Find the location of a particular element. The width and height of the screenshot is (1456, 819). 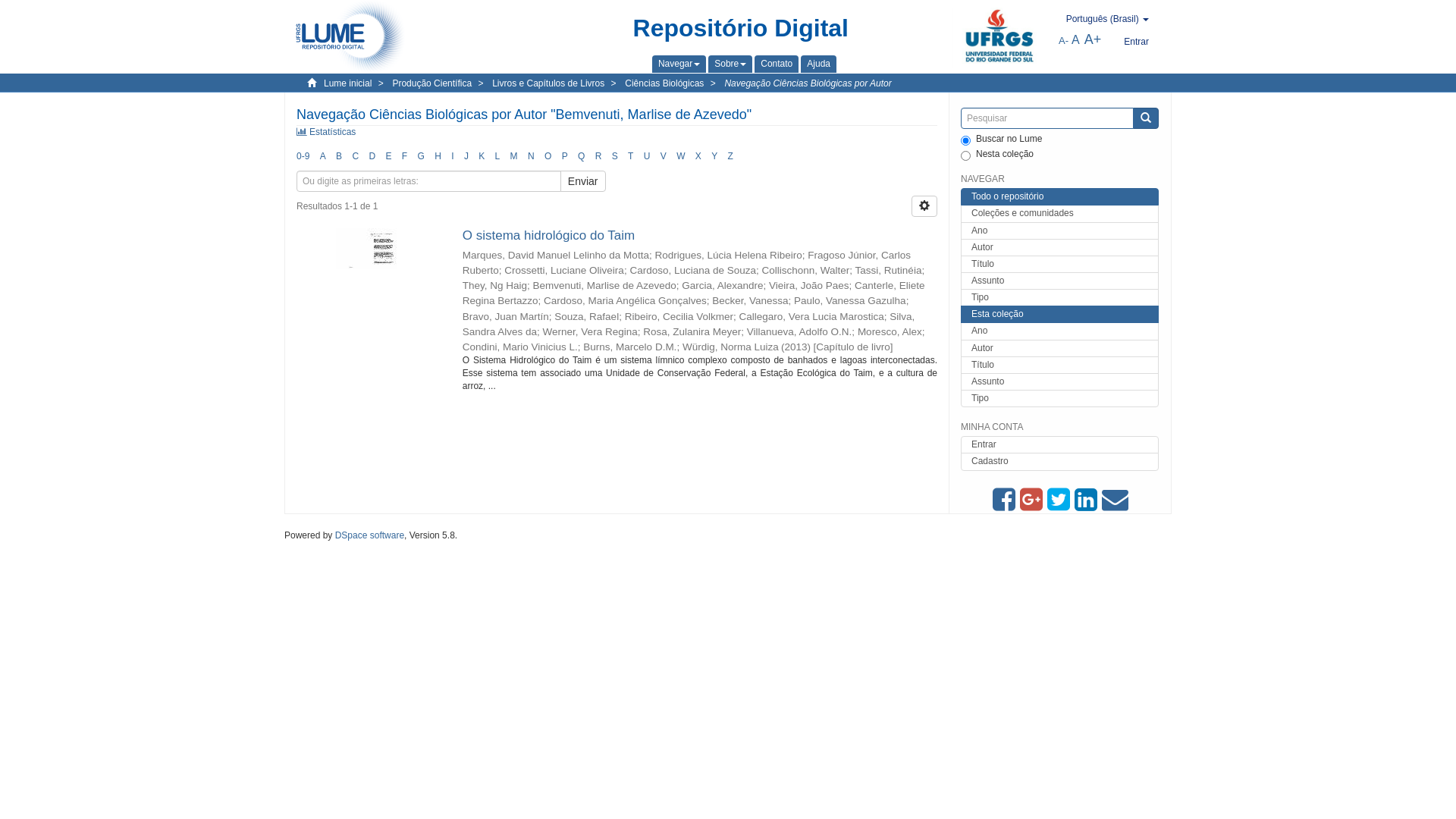

'I' is located at coordinates (451, 155).